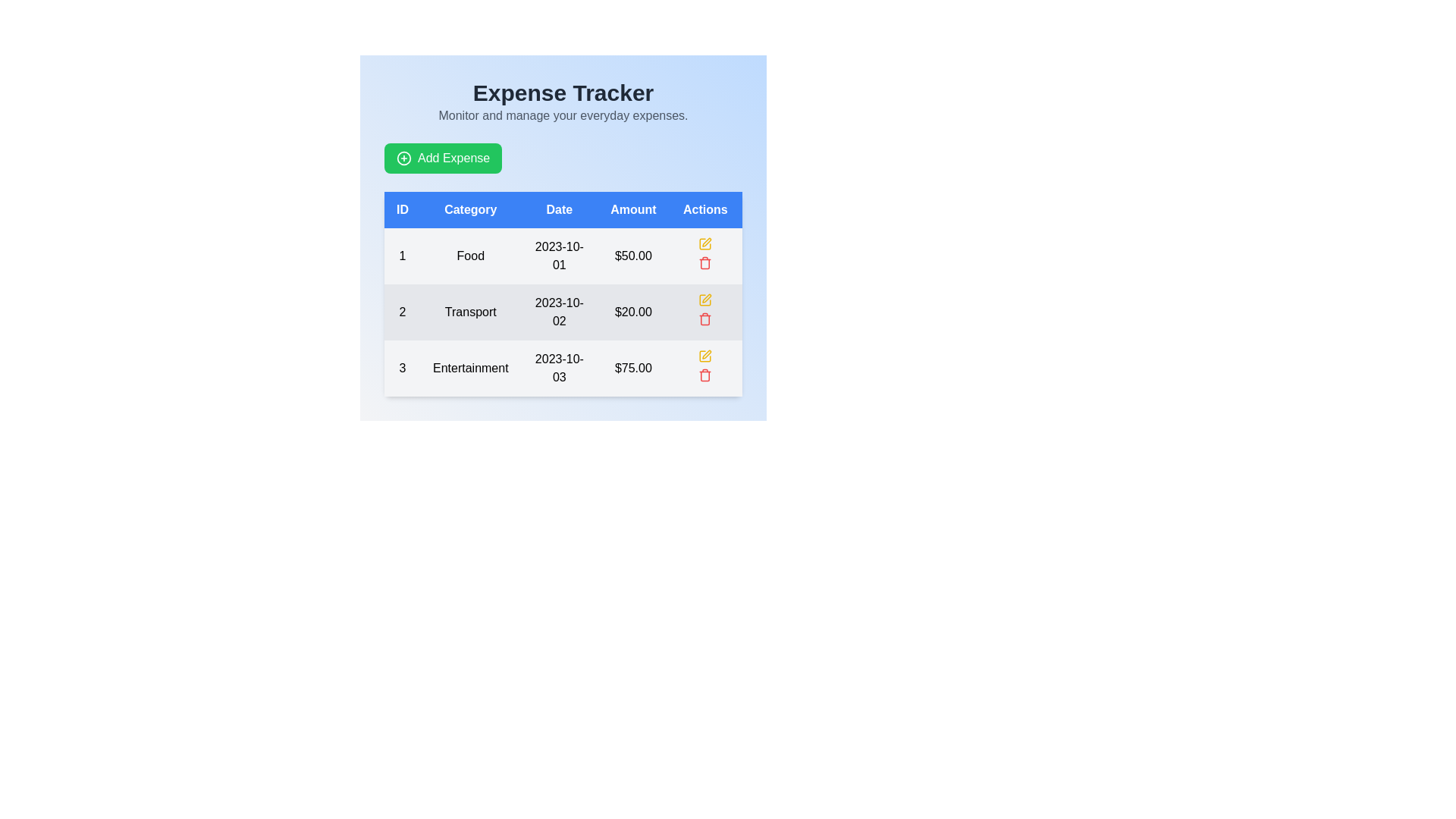 This screenshot has width=1456, height=819. Describe the element at coordinates (469, 256) in the screenshot. I see `the text cell displaying 'Food' located in the second column of the first row in the table under the 'Category' header` at that location.